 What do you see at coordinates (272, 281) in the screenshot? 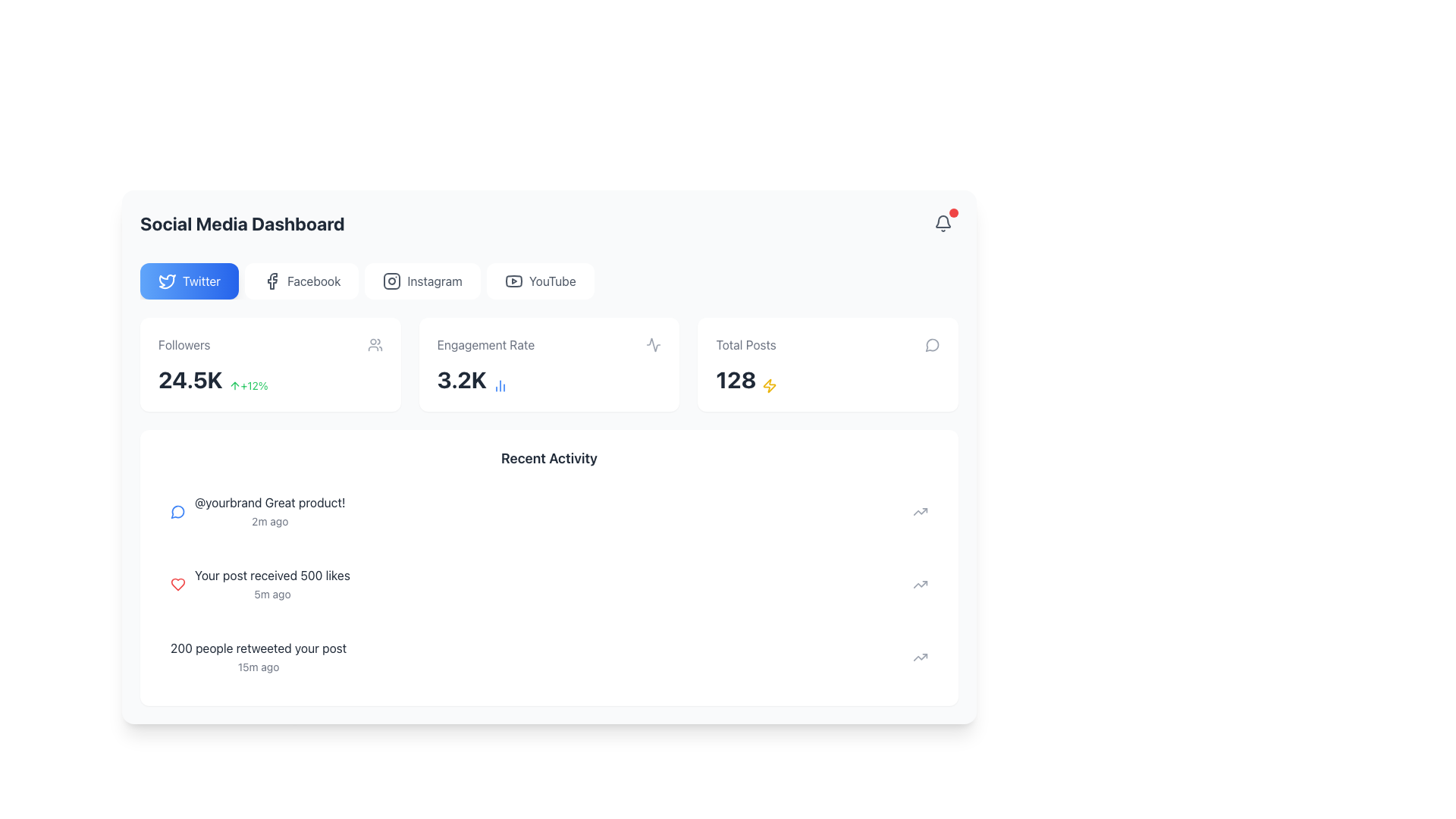
I see `the Facebook icon, which is styled with a thin outline and rounded corners, located in the horizontal navigation bar at the top of the social media dashboard interface` at bounding box center [272, 281].